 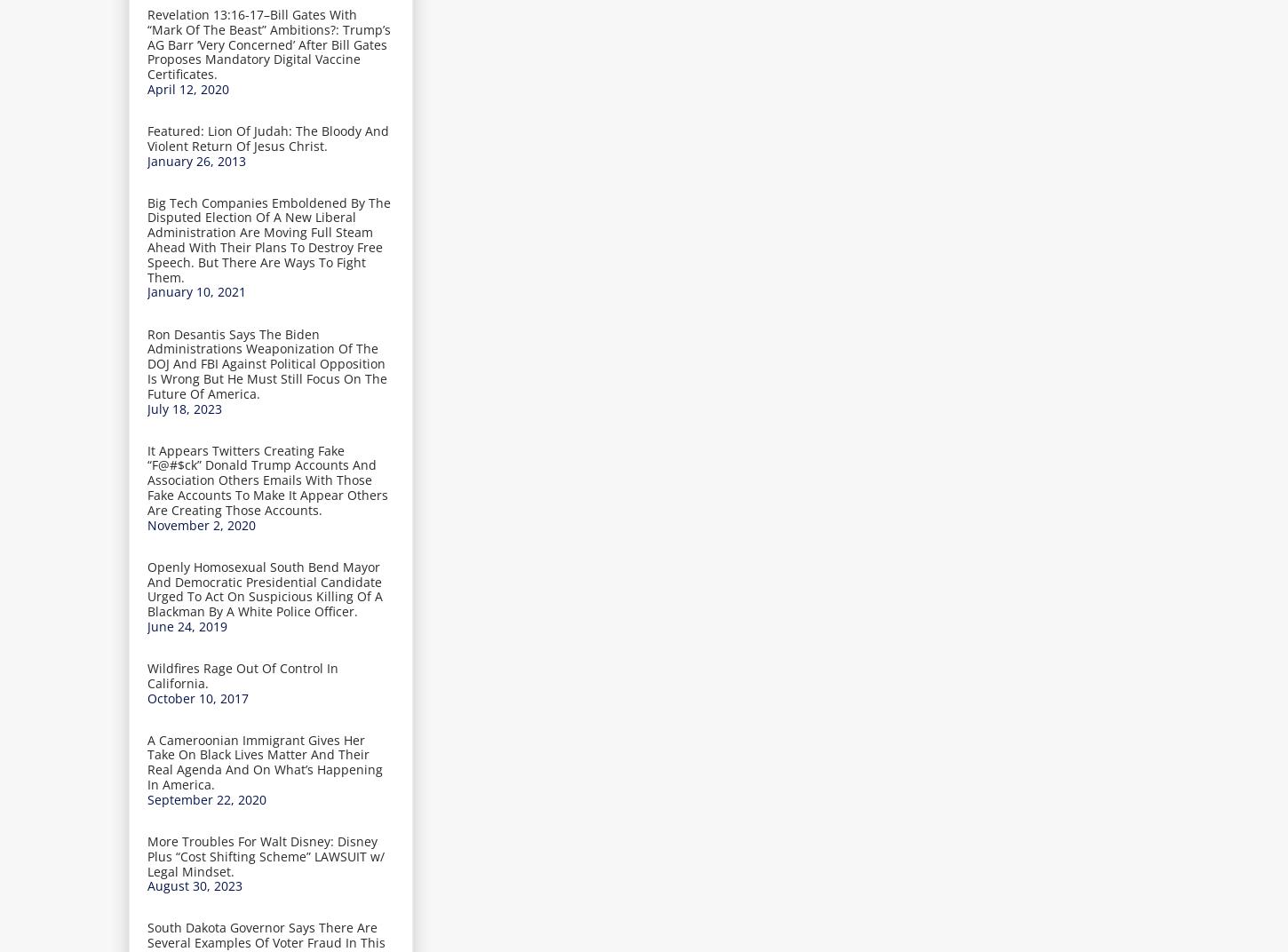 I want to click on 'November 2, 2020', so click(x=147, y=523).